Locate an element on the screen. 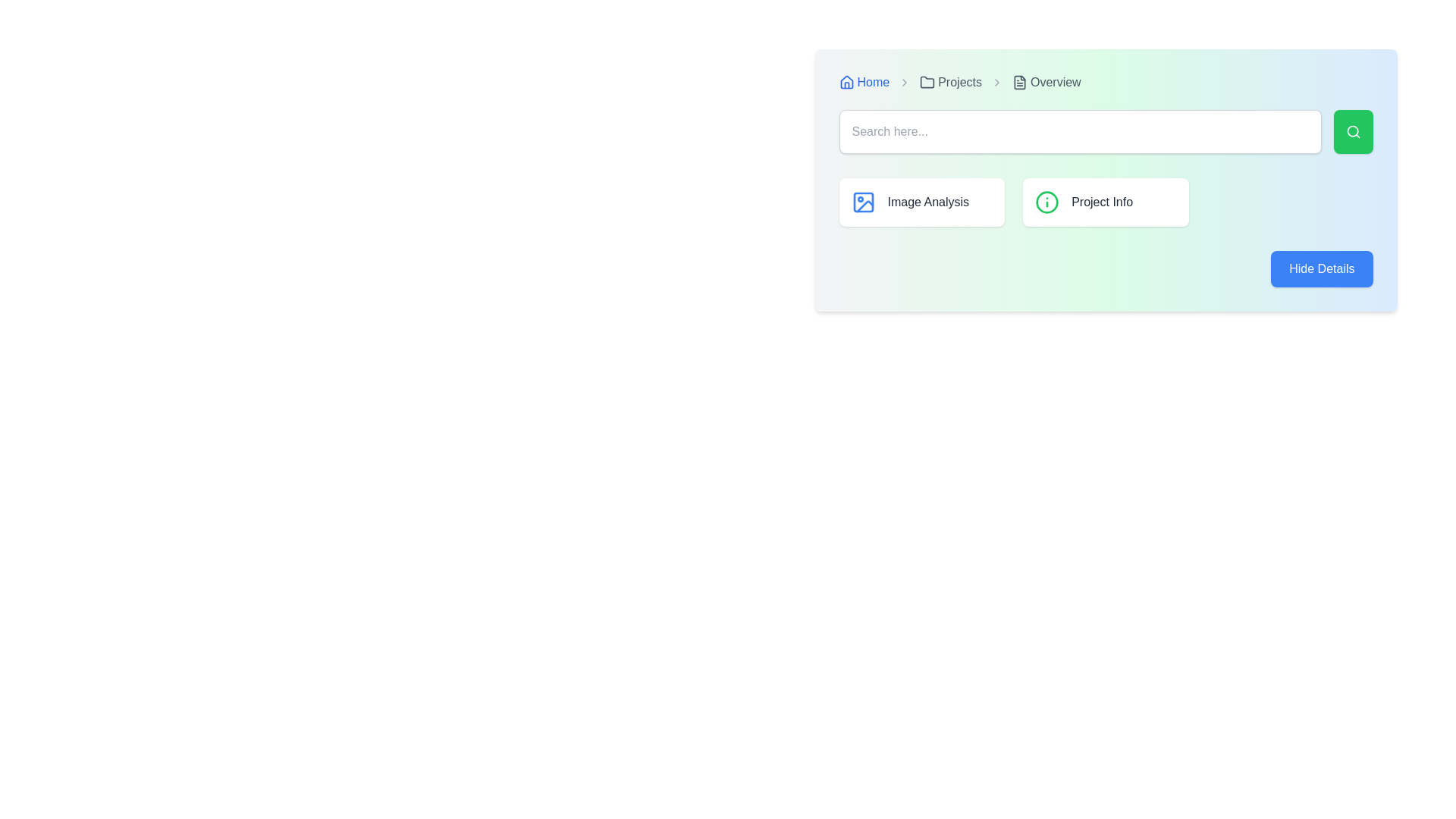 The image size is (1456, 819). the document or text file icon located in the breadcrumb navigation bar to the left of the 'Overview' label is located at coordinates (1019, 82).